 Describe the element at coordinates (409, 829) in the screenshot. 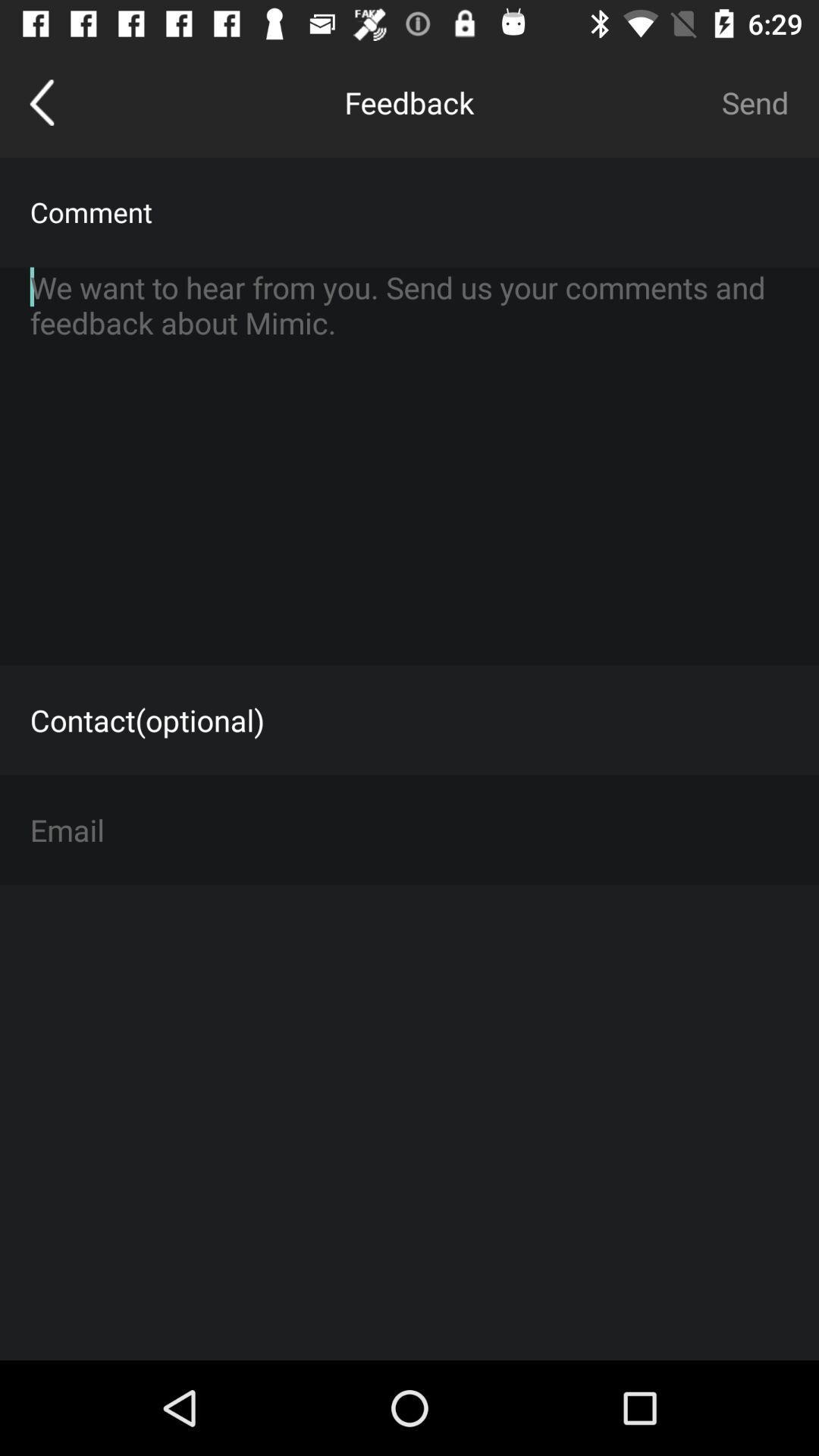

I see `contact email` at that location.